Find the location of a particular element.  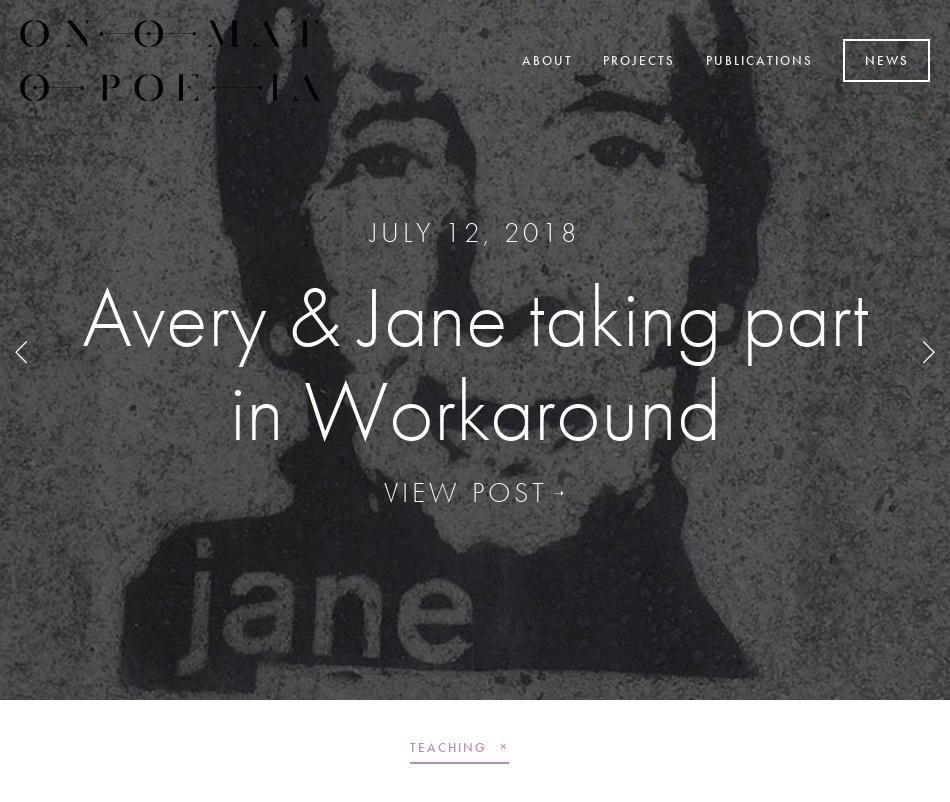

'Curious Grace & Avery Green' is located at coordinates (473, 361).